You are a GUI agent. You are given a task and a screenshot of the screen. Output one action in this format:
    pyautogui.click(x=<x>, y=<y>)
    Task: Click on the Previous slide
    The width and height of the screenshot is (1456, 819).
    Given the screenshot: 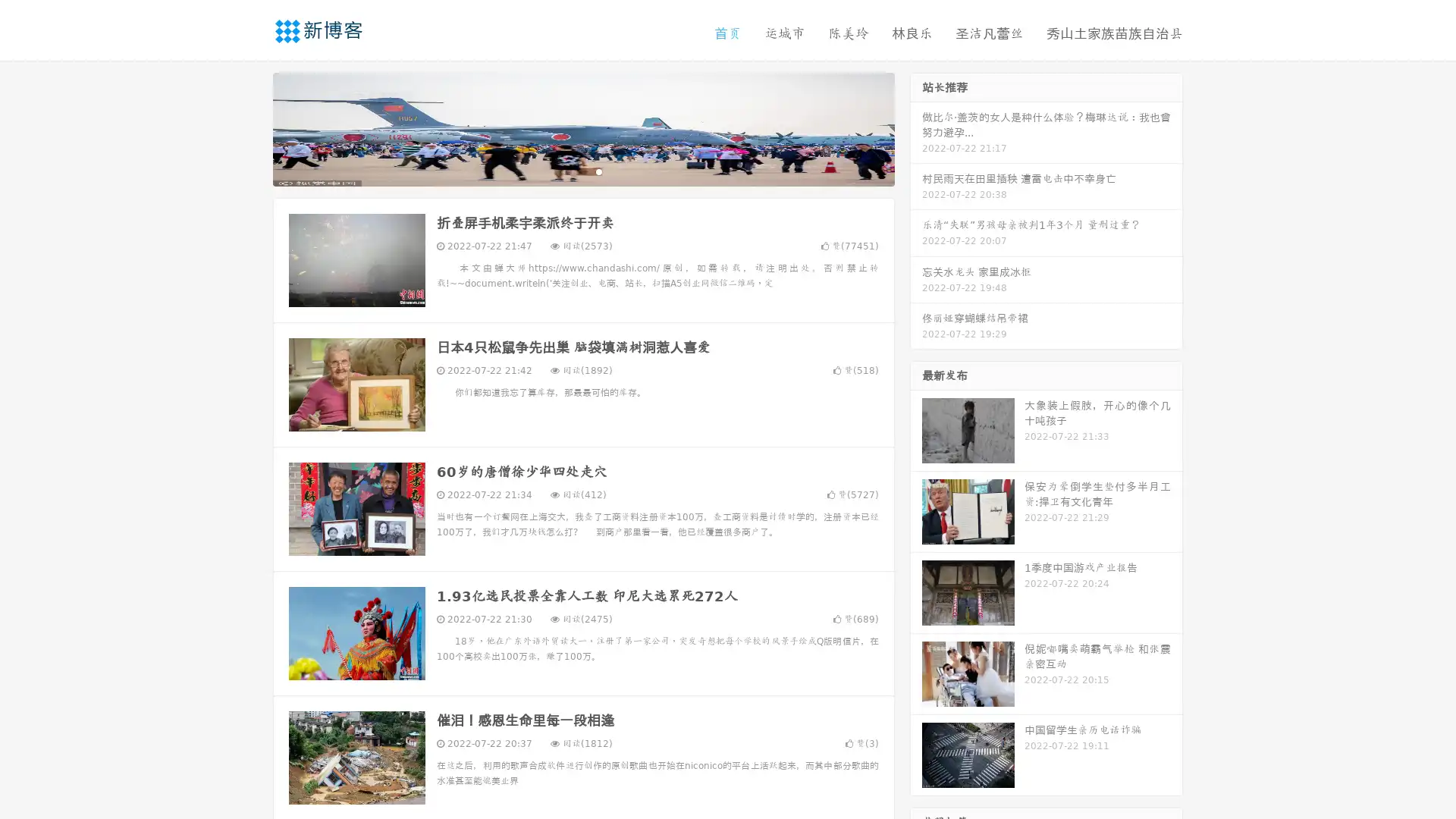 What is the action you would take?
    pyautogui.click(x=250, y=127)
    